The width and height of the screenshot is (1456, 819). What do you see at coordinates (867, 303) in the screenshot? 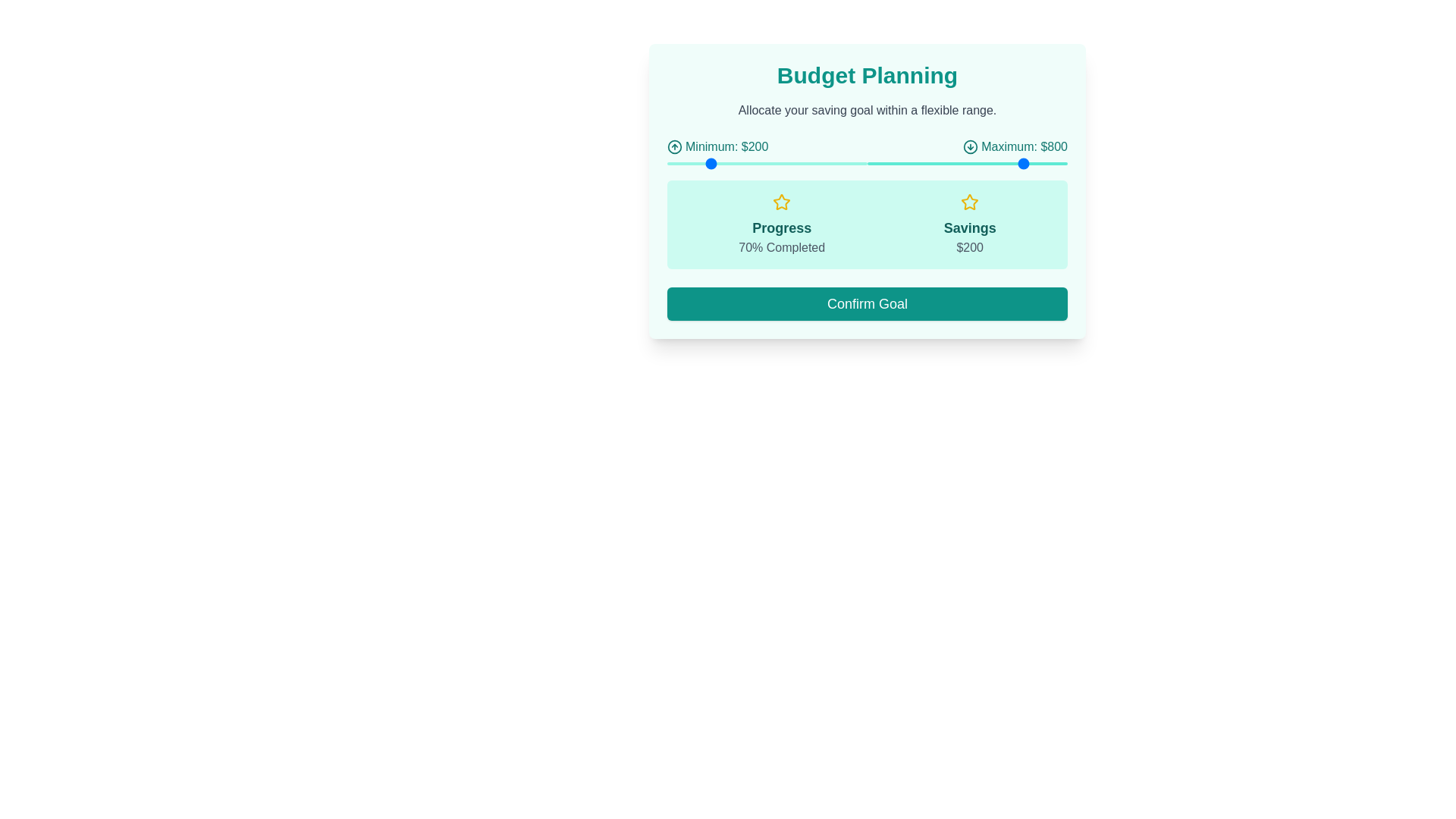
I see `the rectangular button with a teal background and white text that reads 'Confirm Goal'` at bounding box center [867, 303].